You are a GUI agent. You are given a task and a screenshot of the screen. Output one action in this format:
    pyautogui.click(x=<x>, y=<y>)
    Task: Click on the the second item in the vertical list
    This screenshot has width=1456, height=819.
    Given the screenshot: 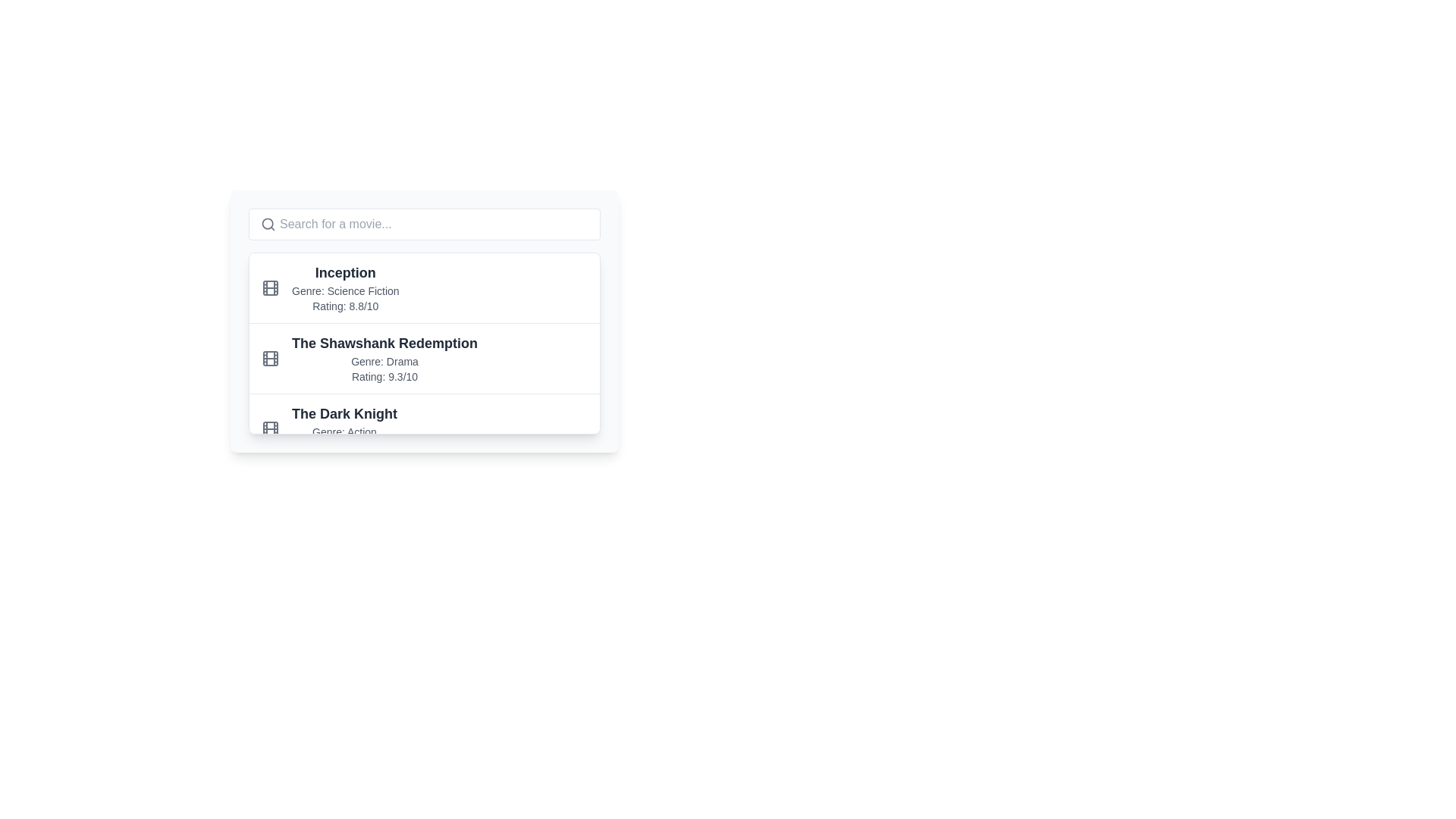 What is the action you would take?
    pyautogui.click(x=425, y=358)
    